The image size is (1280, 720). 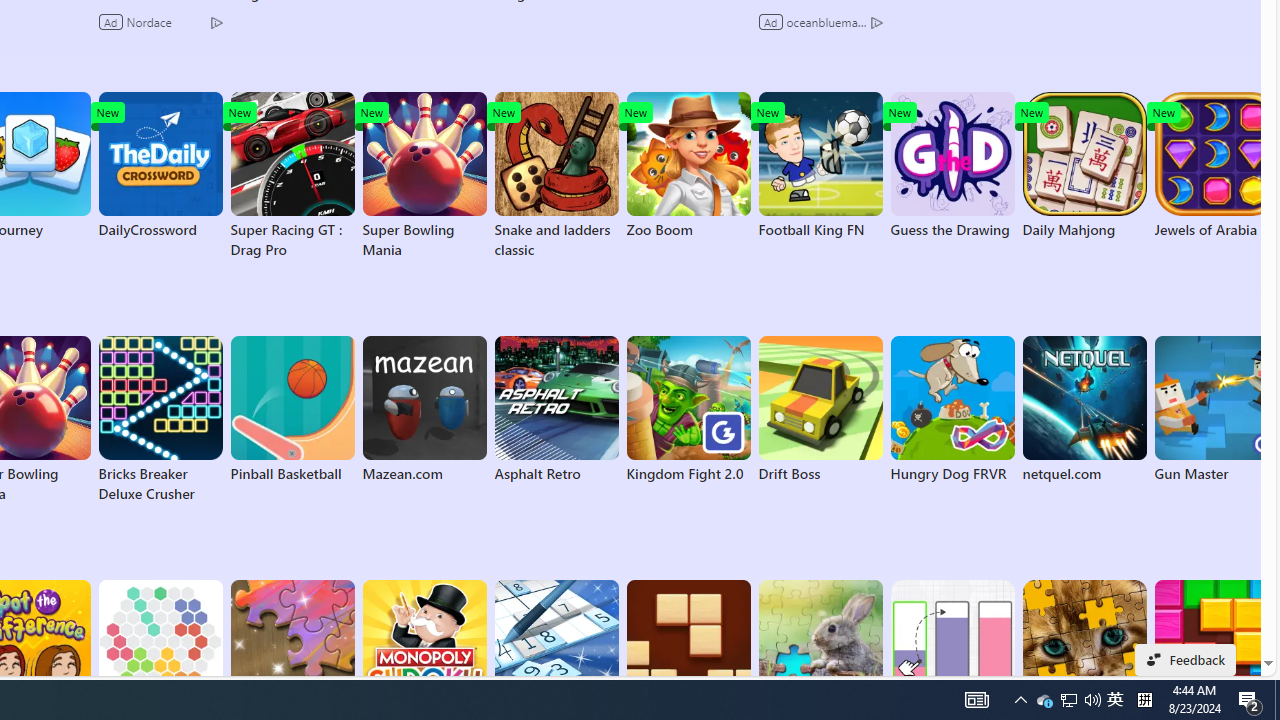 I want to click on 'Zoo Boom', so click(x=688, y=164).